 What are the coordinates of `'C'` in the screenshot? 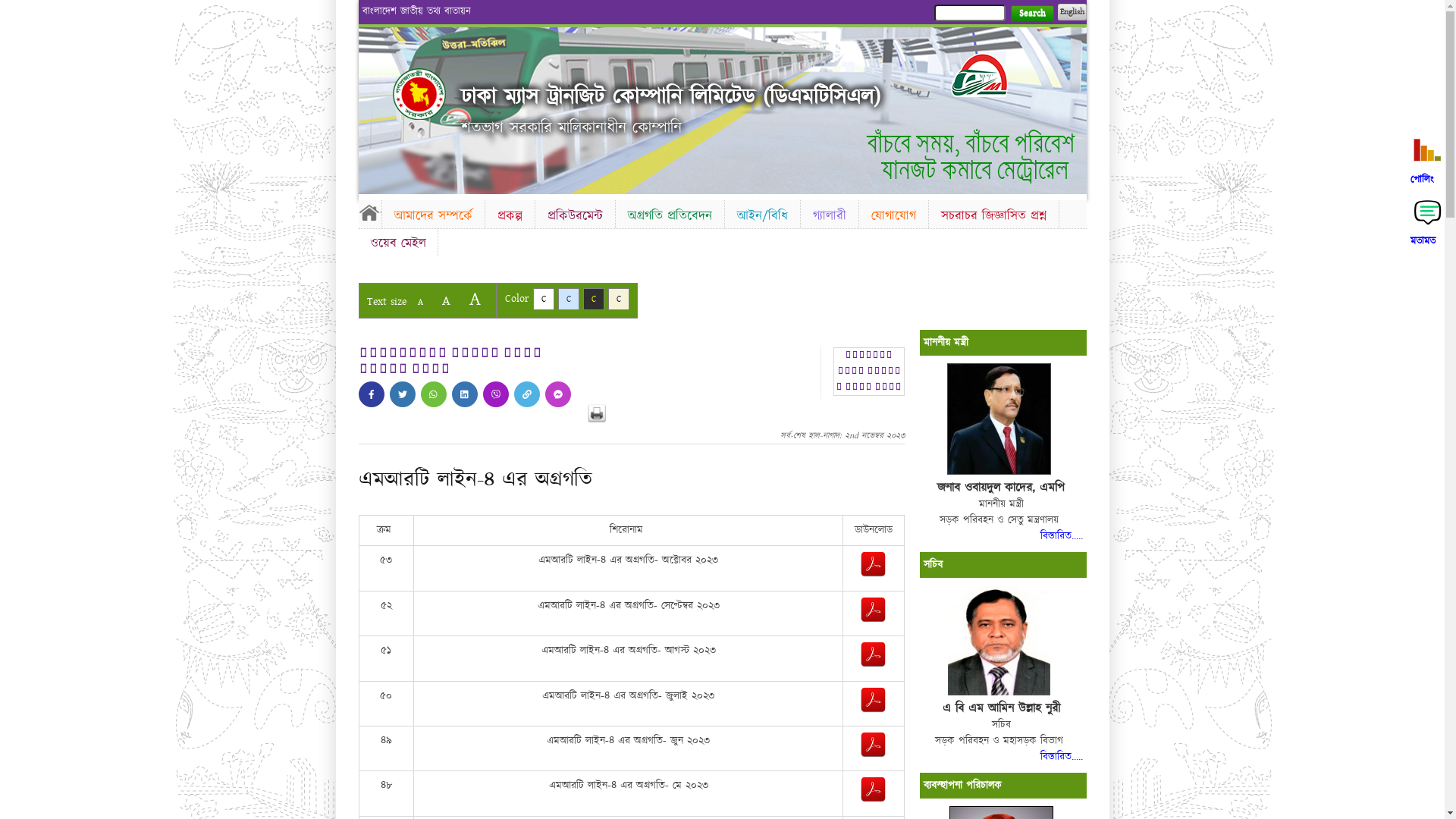 It's located at (619, 299).